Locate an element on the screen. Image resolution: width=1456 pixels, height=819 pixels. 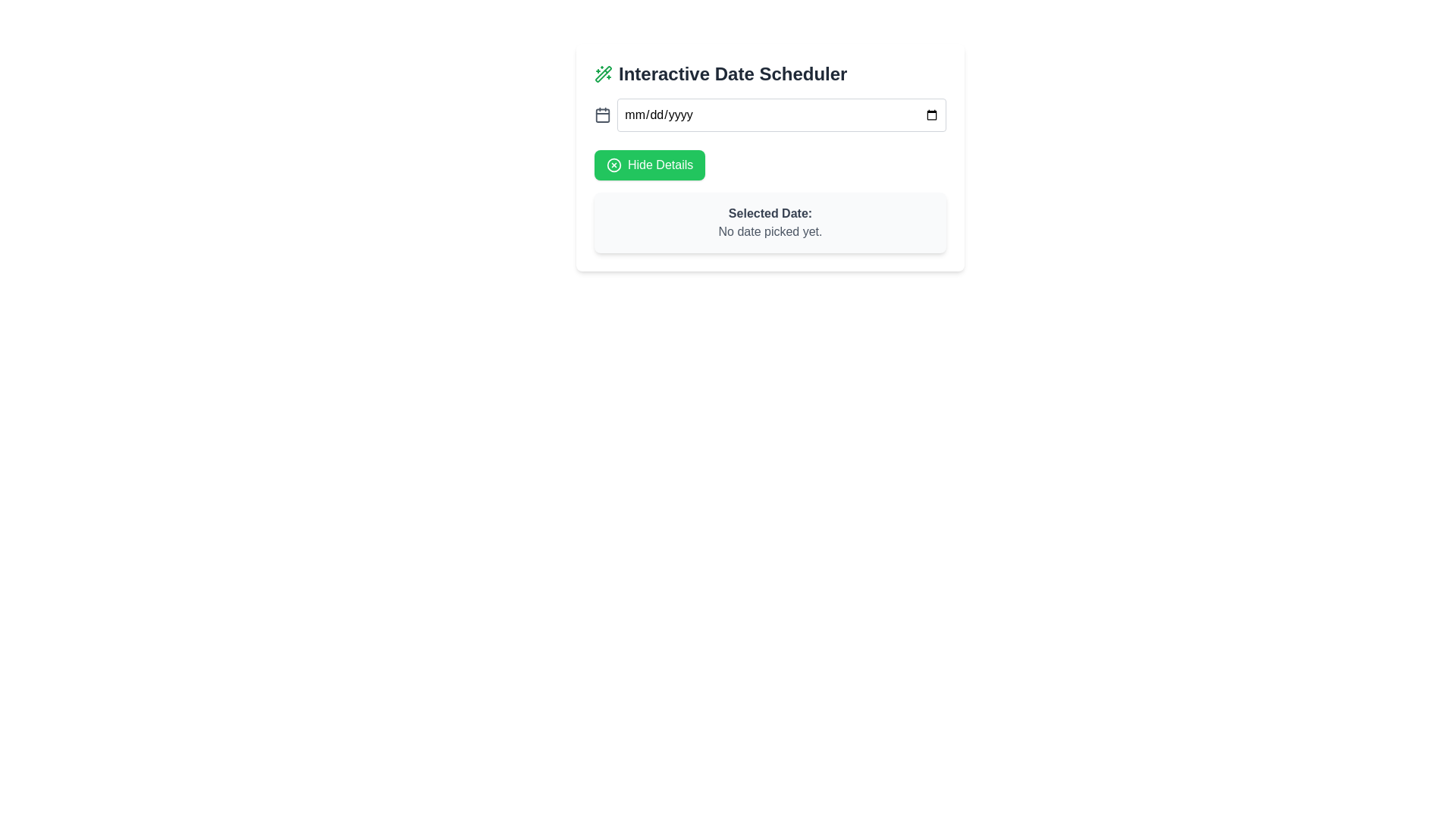
the delete or close icon centered within the green 'Hide Details' button is located at coordinates (614, 165).